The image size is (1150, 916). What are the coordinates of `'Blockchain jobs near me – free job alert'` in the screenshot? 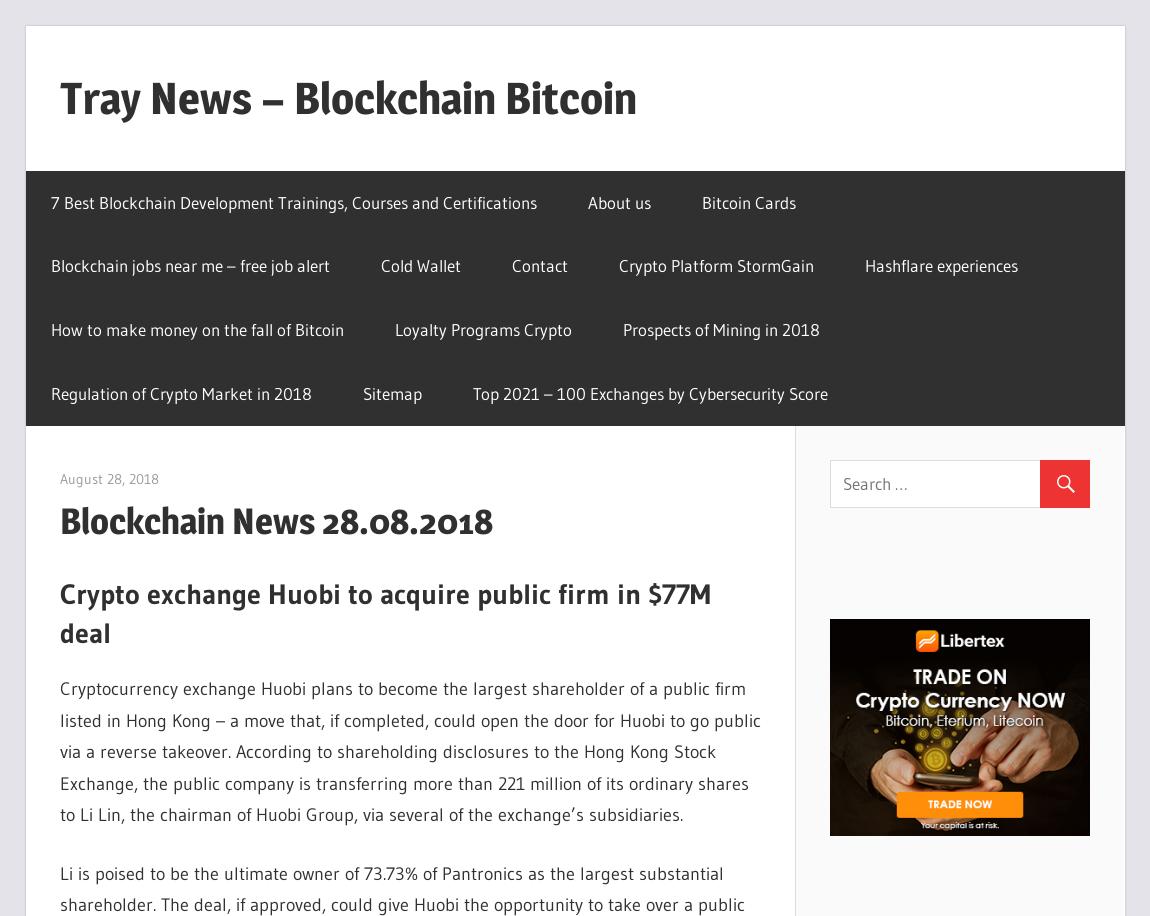 It's located at (189, 265).